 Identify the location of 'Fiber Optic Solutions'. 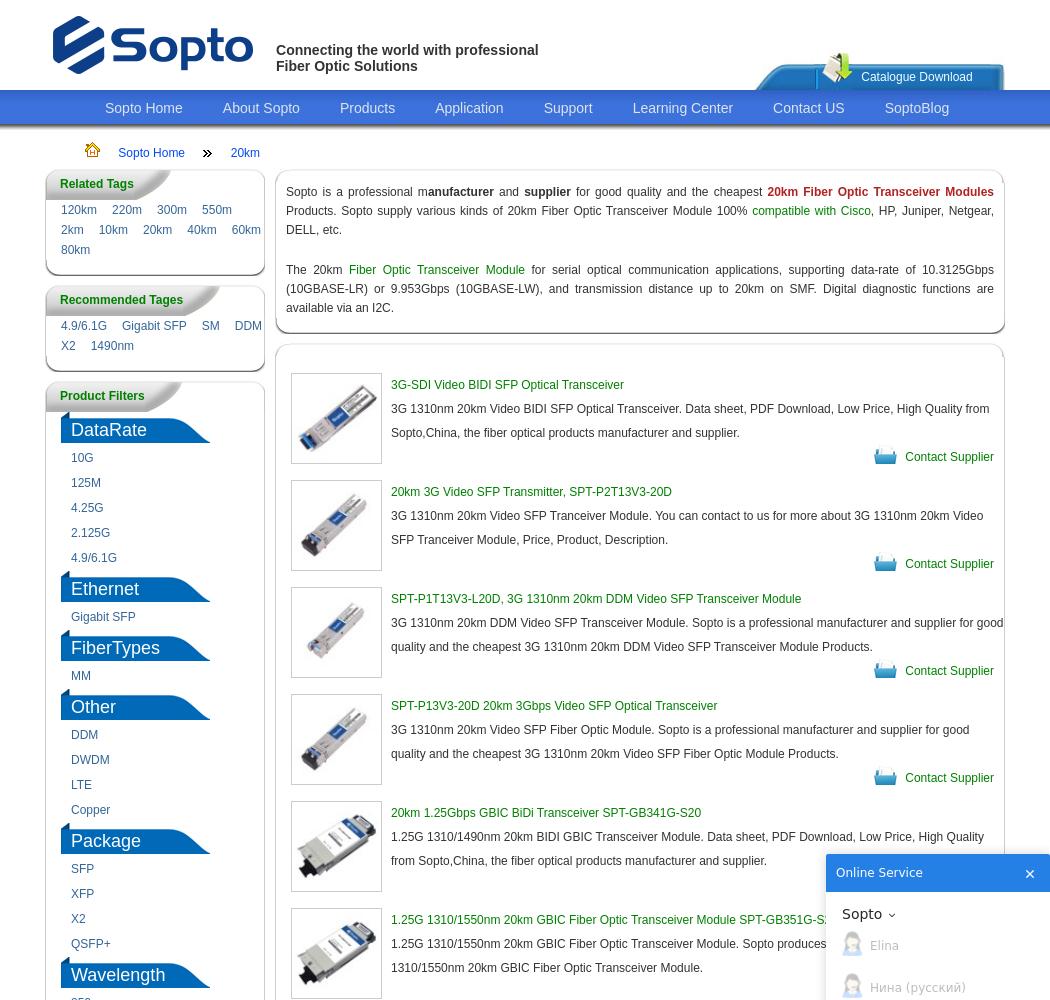
(345, 65).